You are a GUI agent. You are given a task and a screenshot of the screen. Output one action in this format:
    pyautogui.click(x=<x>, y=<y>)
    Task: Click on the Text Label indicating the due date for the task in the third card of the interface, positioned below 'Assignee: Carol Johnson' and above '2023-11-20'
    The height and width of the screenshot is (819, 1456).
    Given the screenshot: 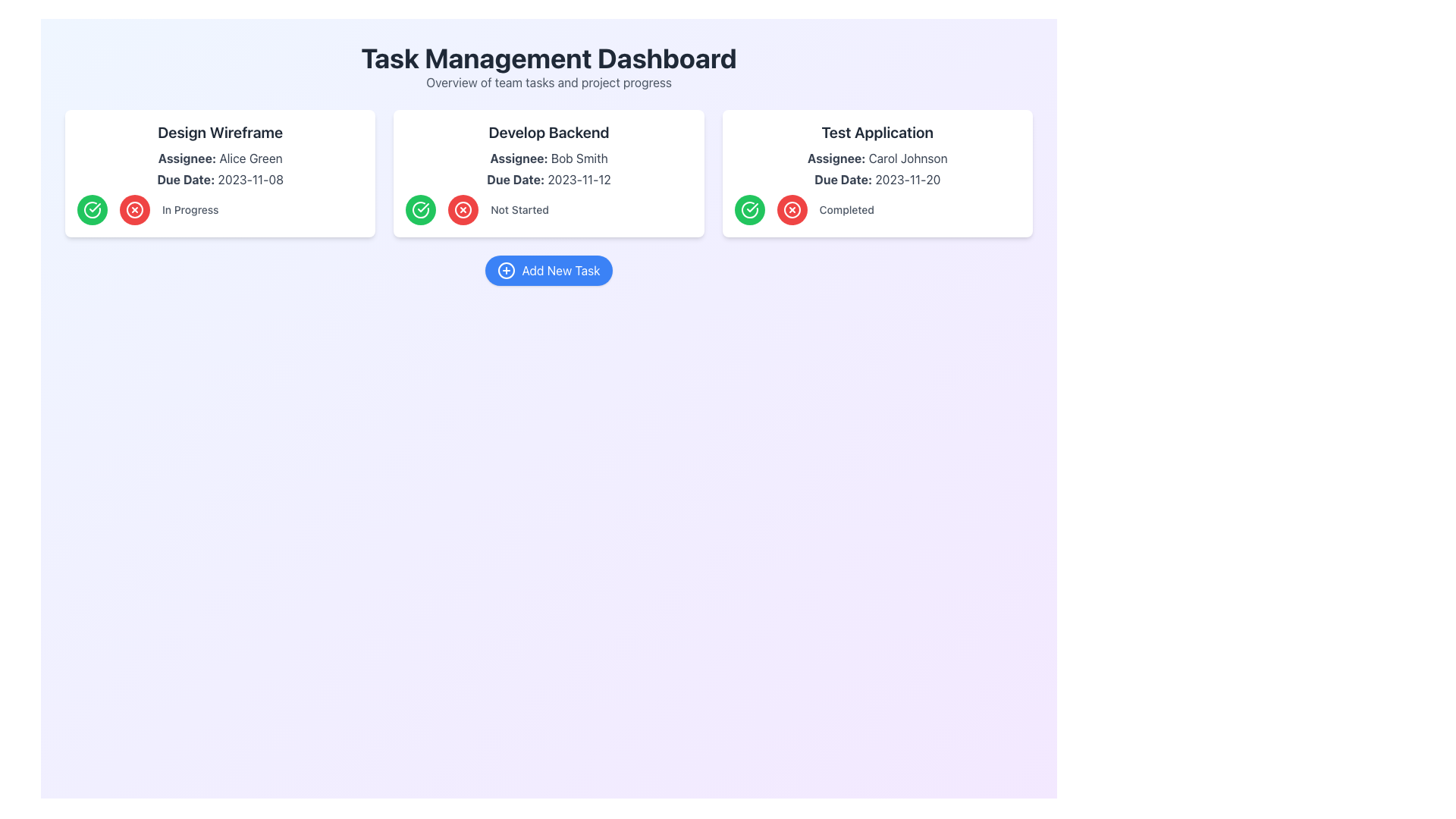 What is the action you would take?
    pyautogui.click(x=843, y=178)
    